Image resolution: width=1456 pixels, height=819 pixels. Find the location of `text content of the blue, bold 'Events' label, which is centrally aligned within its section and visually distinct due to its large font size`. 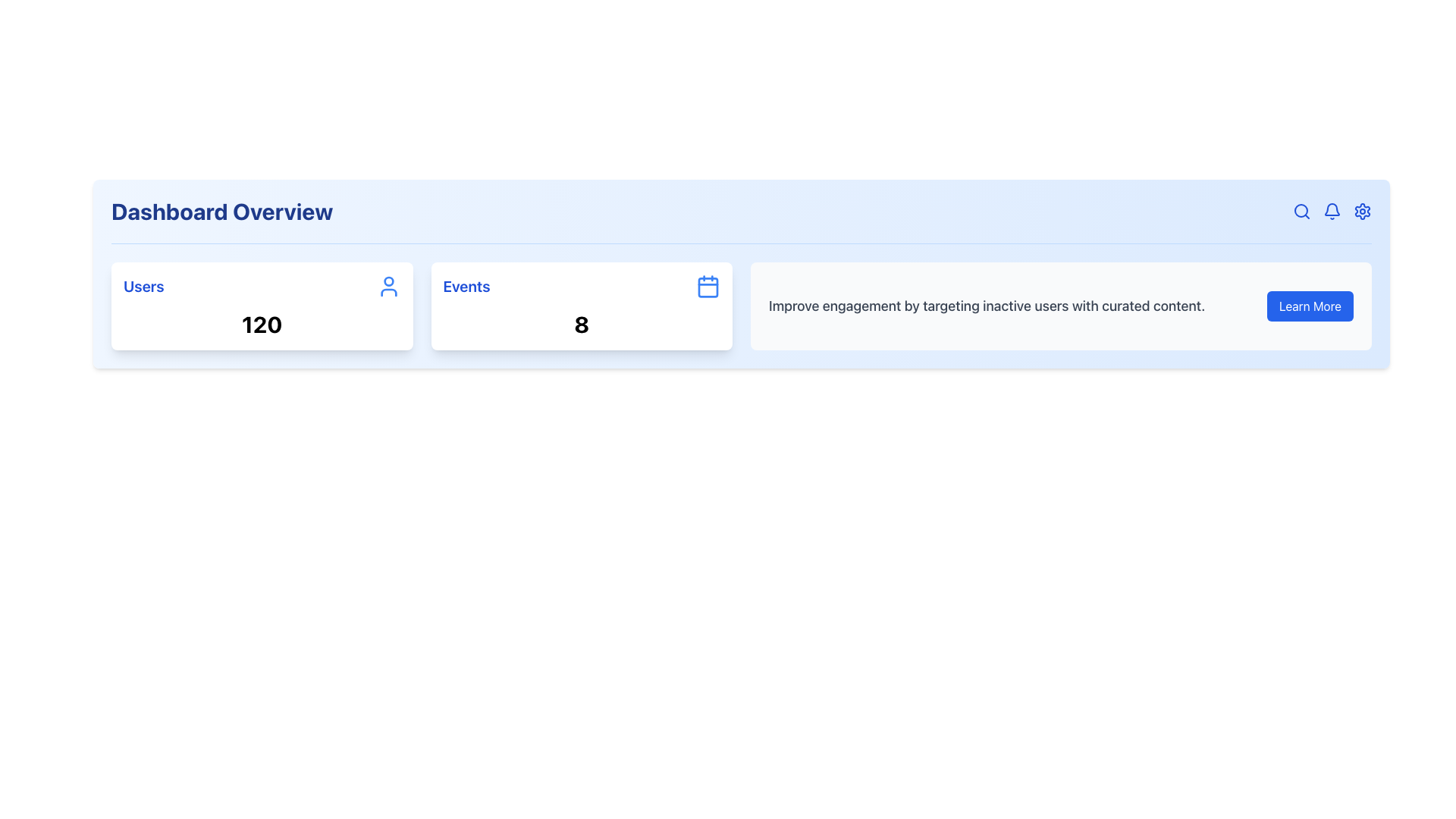

text content of the blue, bold 'Events' label, which is centrally aligned within its section and visually distinct due to its large font size is located at coordinates (466, 287).